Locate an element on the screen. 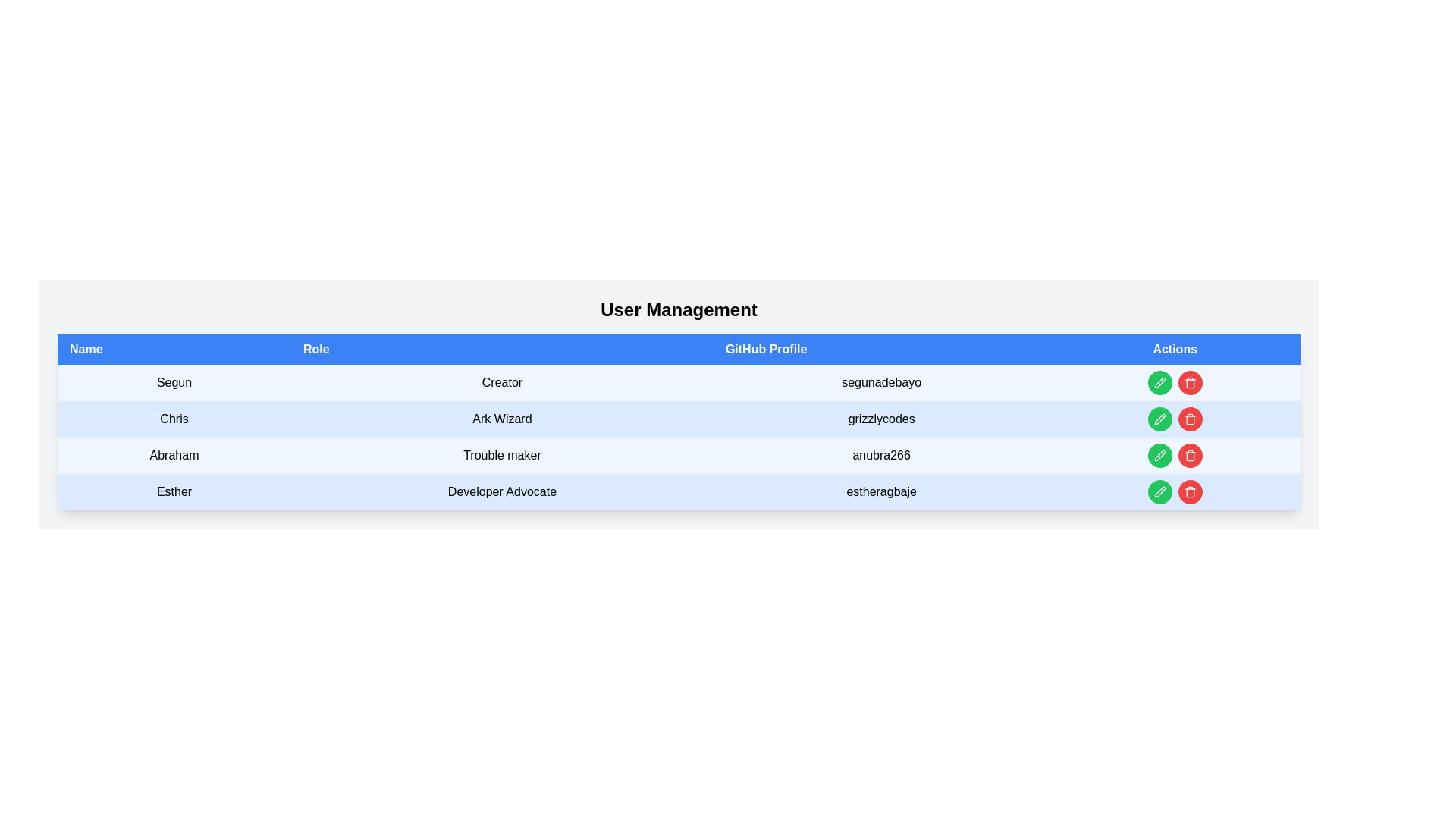  the text display showing 'anubra266' in the third row under the 'GitHub Profile' column of the table is located at coordinates (881, 455).